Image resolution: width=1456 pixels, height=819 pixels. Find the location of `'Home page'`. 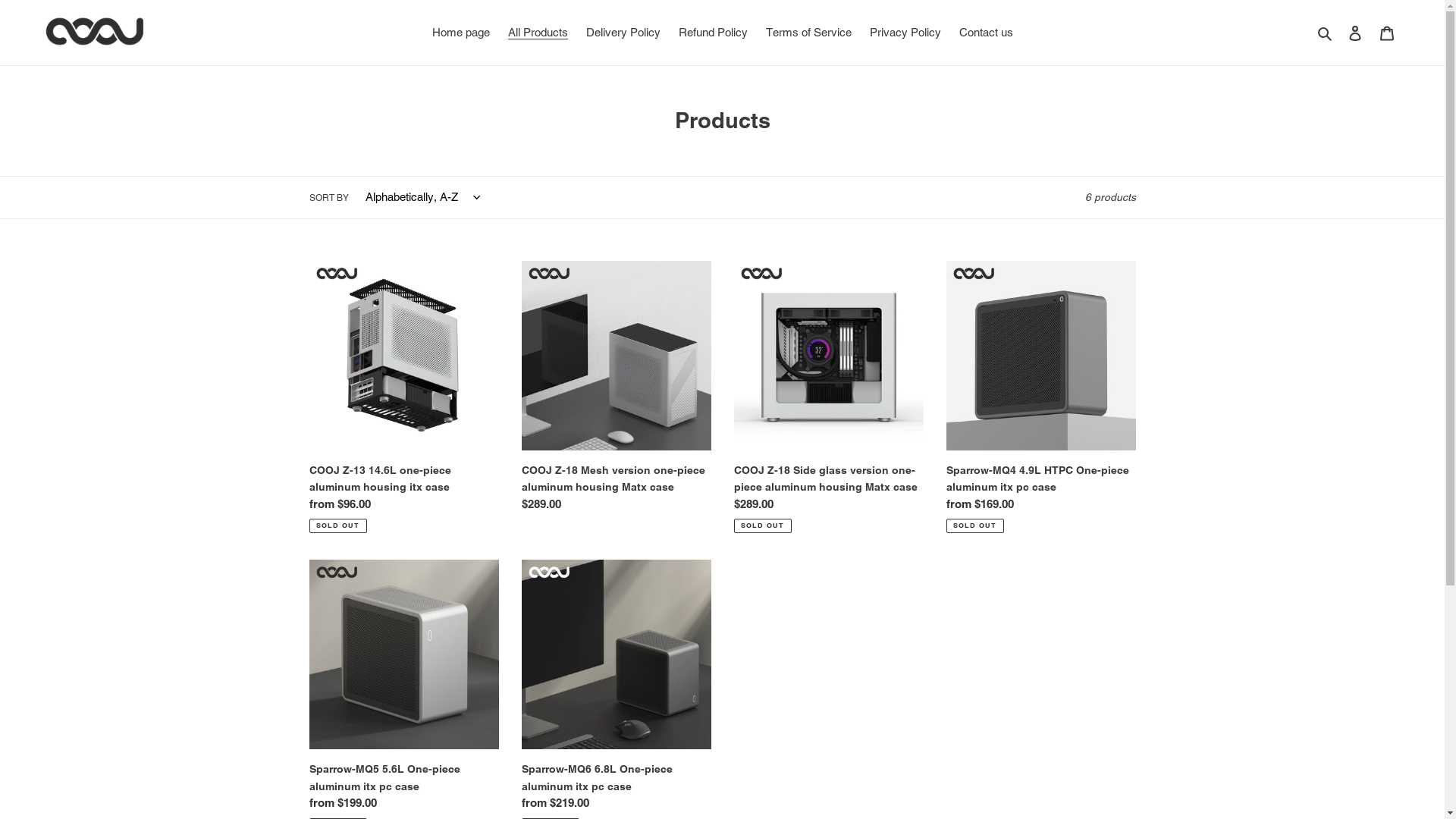

'Home page' is located at coordinates (425, 33).